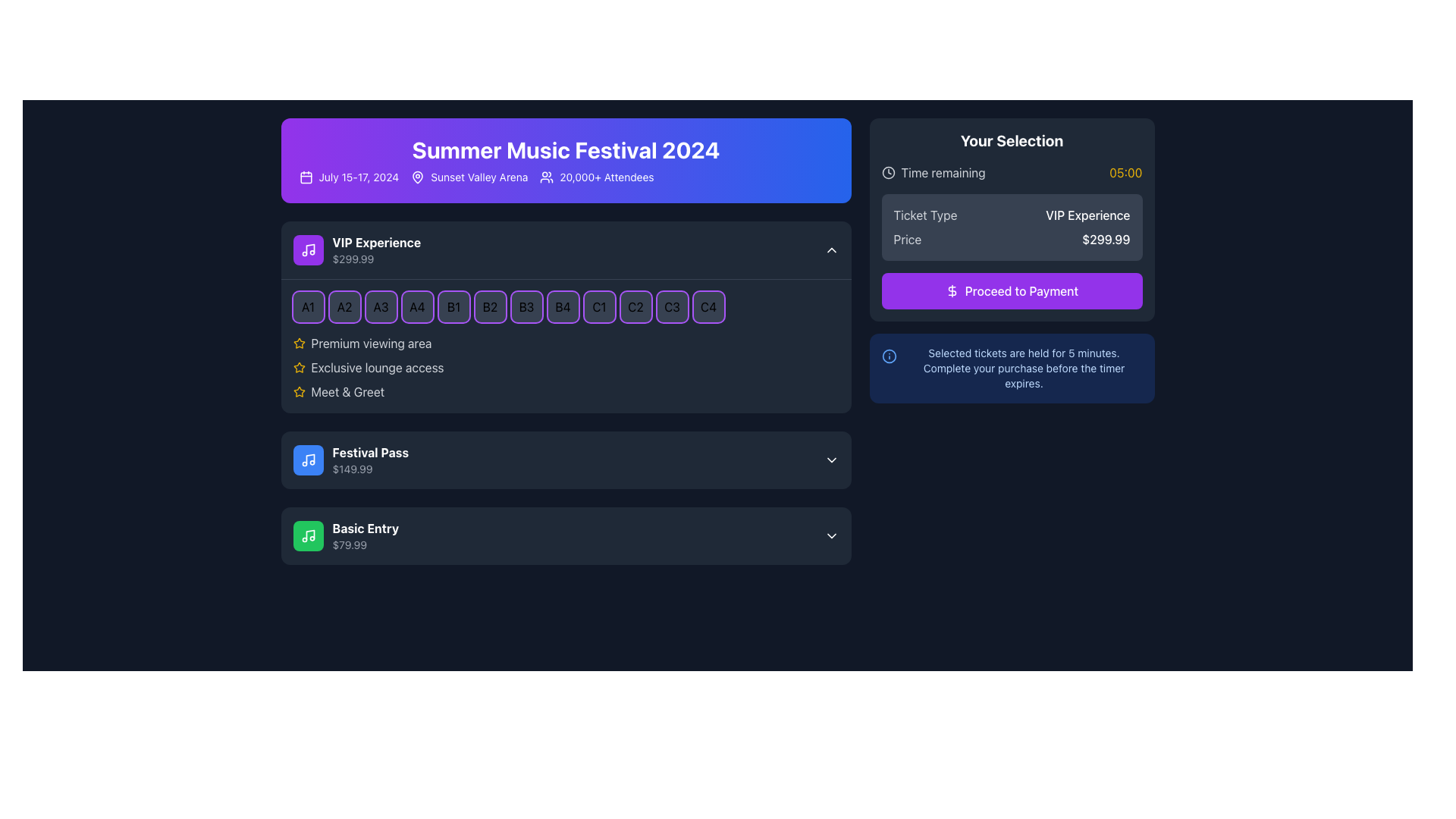  Describe the element at coordinates (598, 307) in the screenshot. I see `the square button with rounded corners labeled 'C1'` at that location.